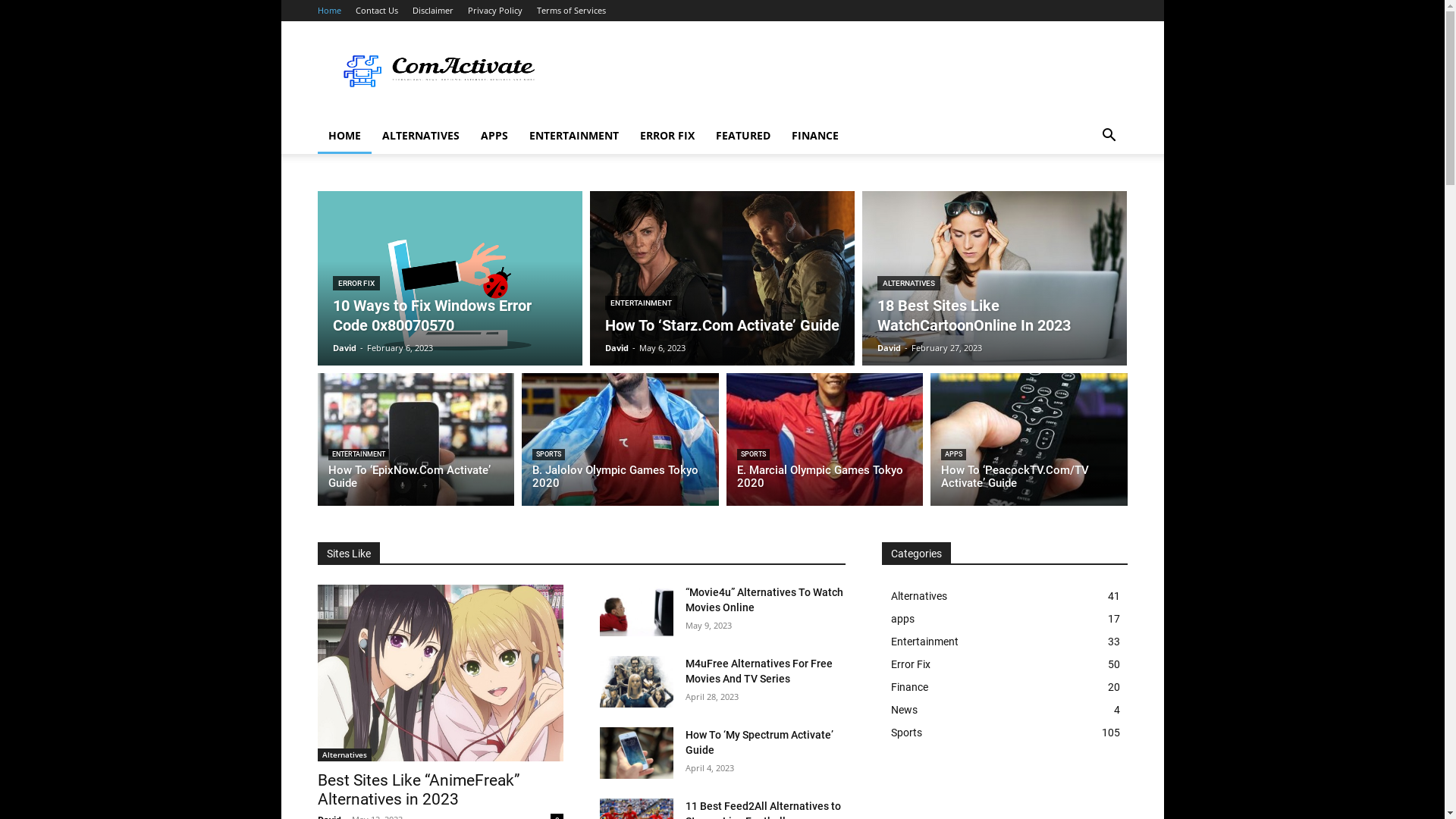  Describe the element at coordinates (641, 303) in the screenshot. I see `'ENTERTAINMENT'` at that location.